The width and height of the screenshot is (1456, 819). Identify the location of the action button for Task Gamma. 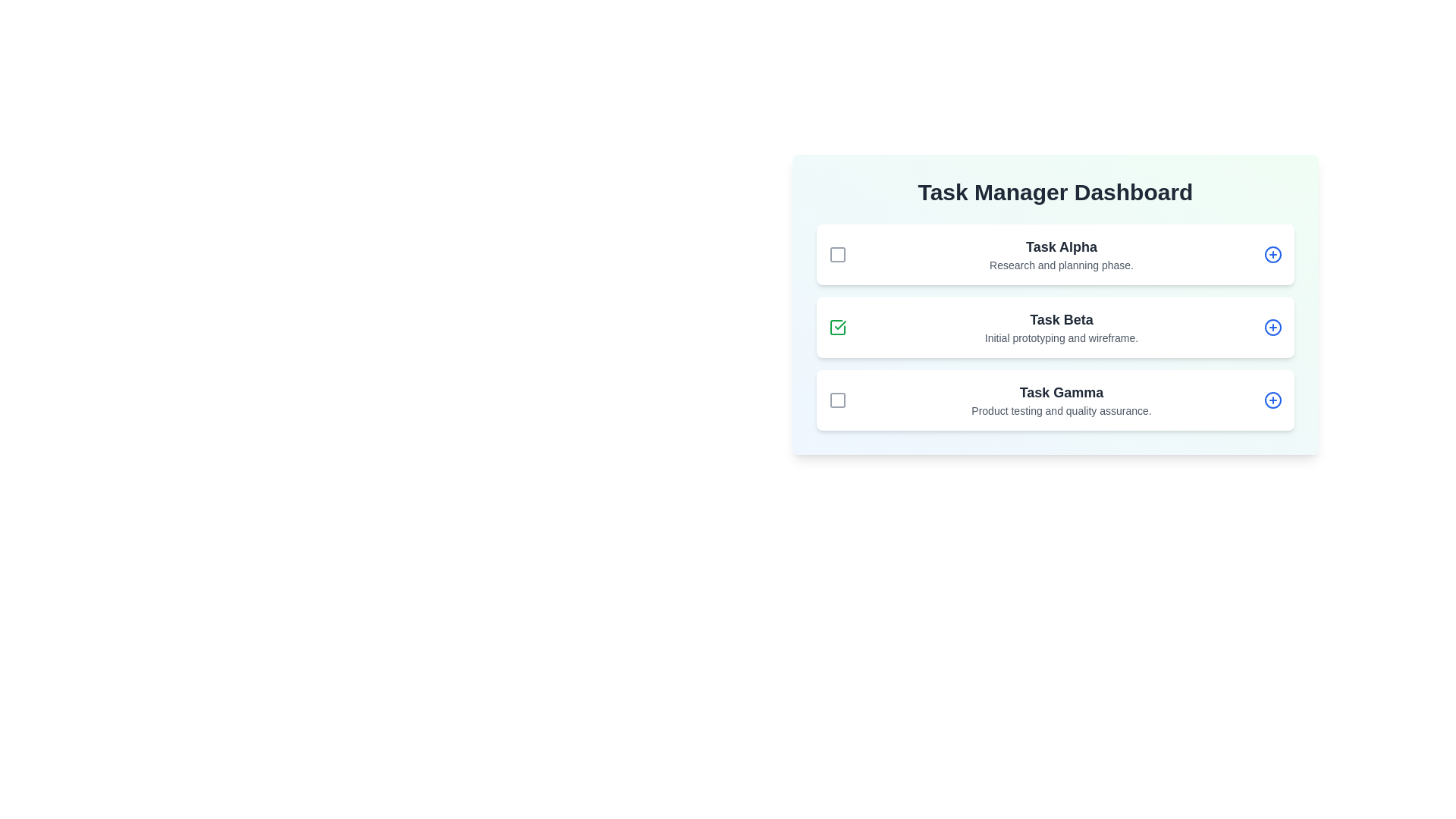
(1273, 400).